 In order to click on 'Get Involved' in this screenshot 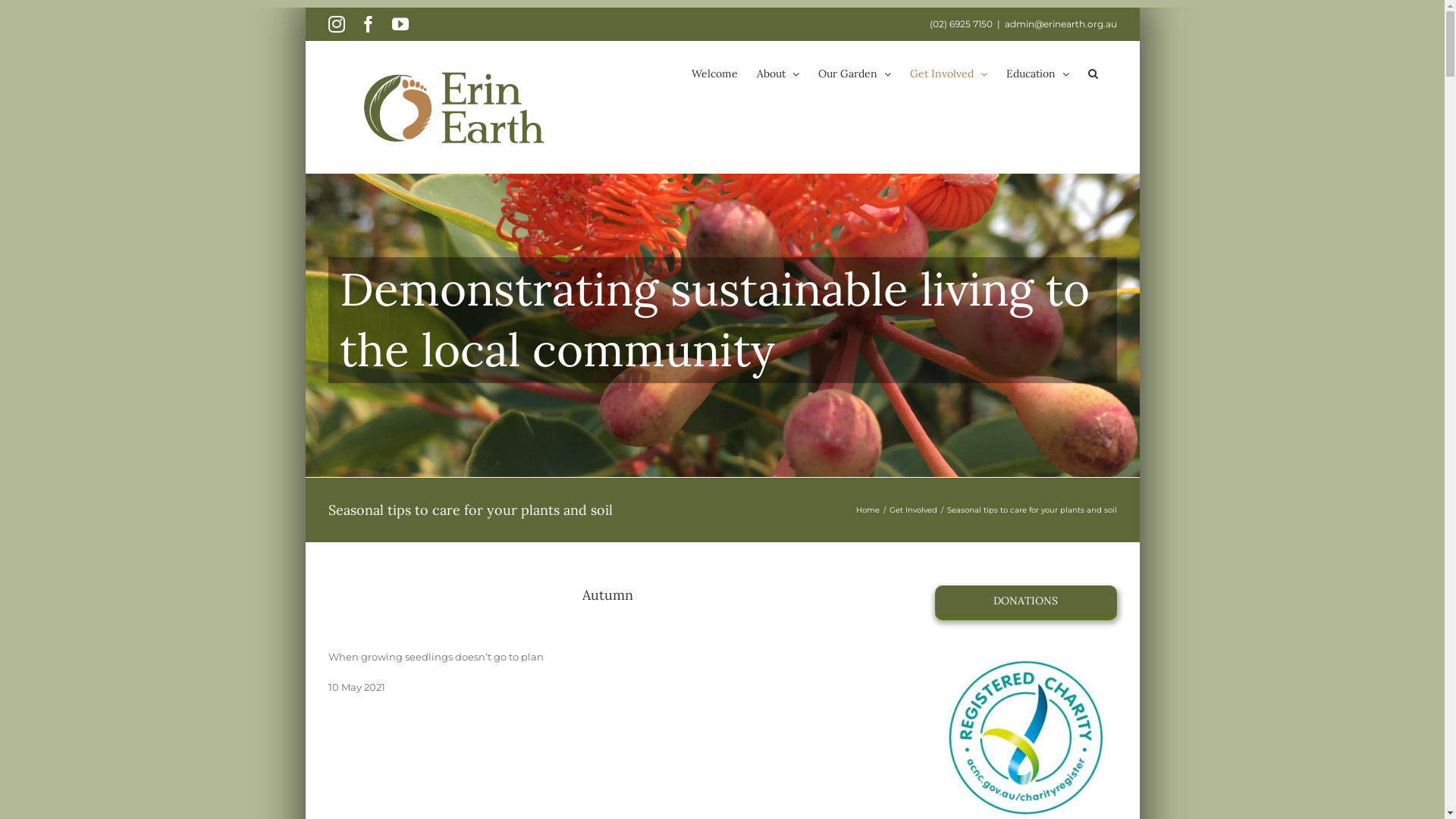, I will do `click(912, 510)`.